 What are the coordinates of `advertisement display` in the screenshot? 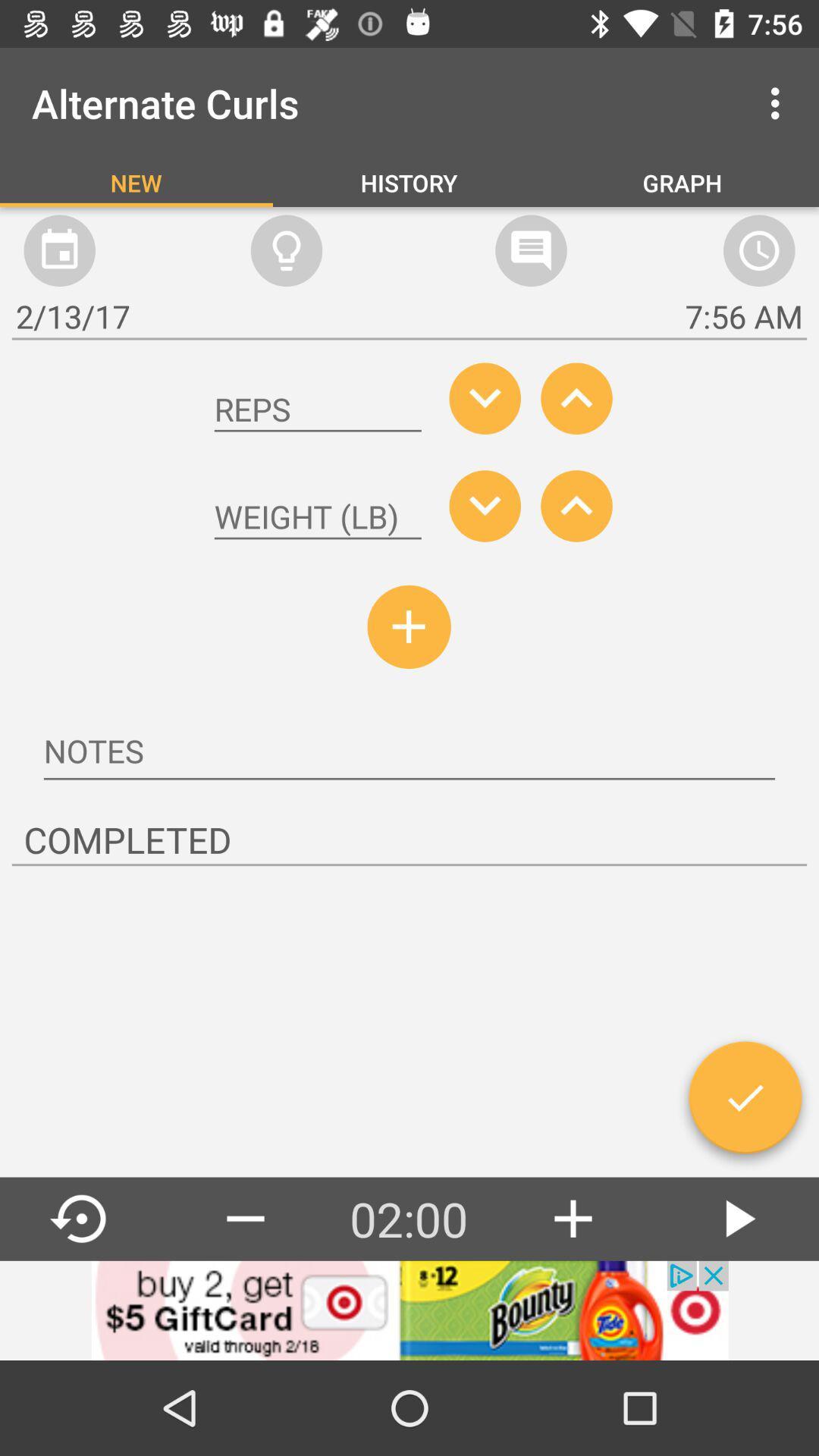 It's located at (409, 1310).